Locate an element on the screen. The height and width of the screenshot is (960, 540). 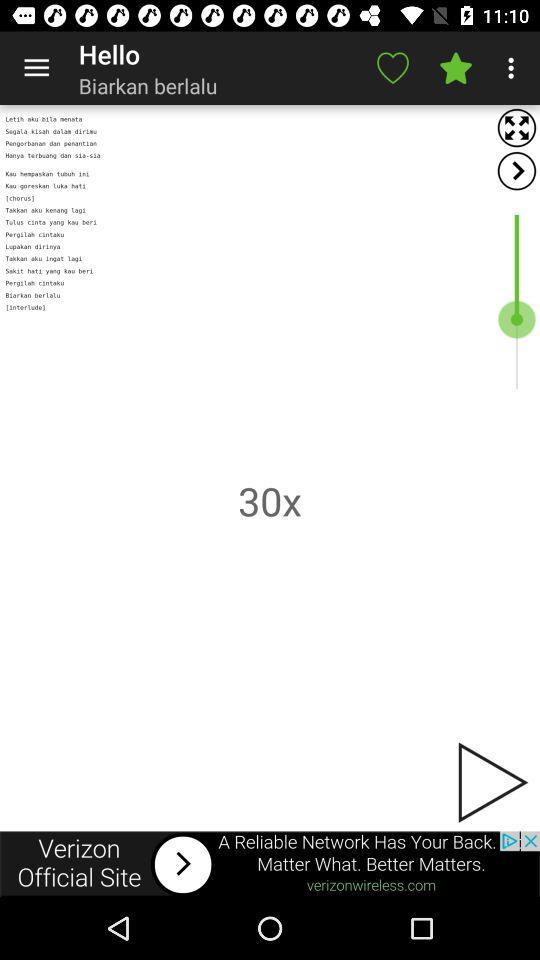
click for advertisement information is located at coordinates (270, 863).